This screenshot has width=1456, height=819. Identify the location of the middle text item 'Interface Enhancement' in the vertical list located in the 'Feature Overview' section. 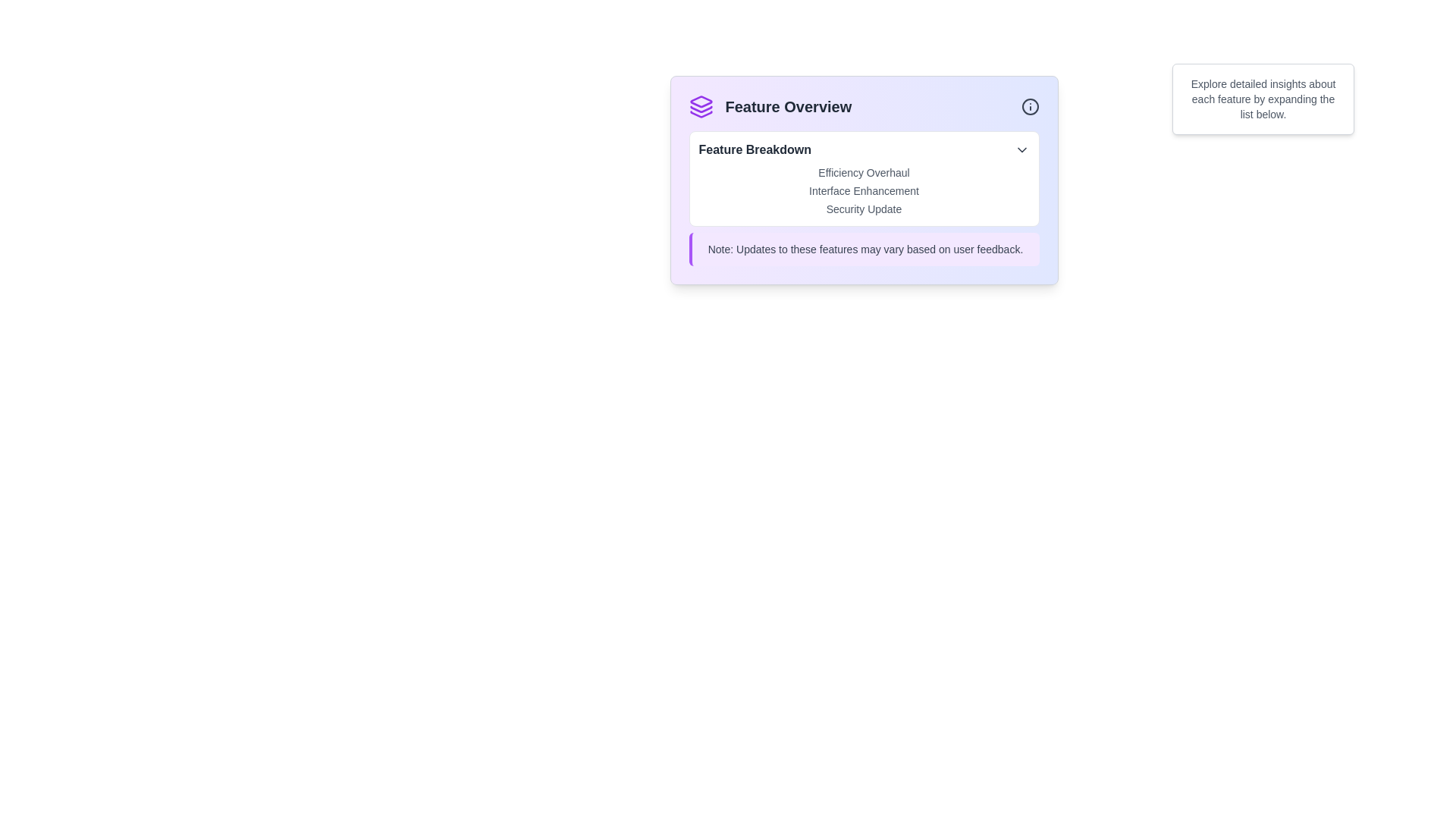
(864, 198).